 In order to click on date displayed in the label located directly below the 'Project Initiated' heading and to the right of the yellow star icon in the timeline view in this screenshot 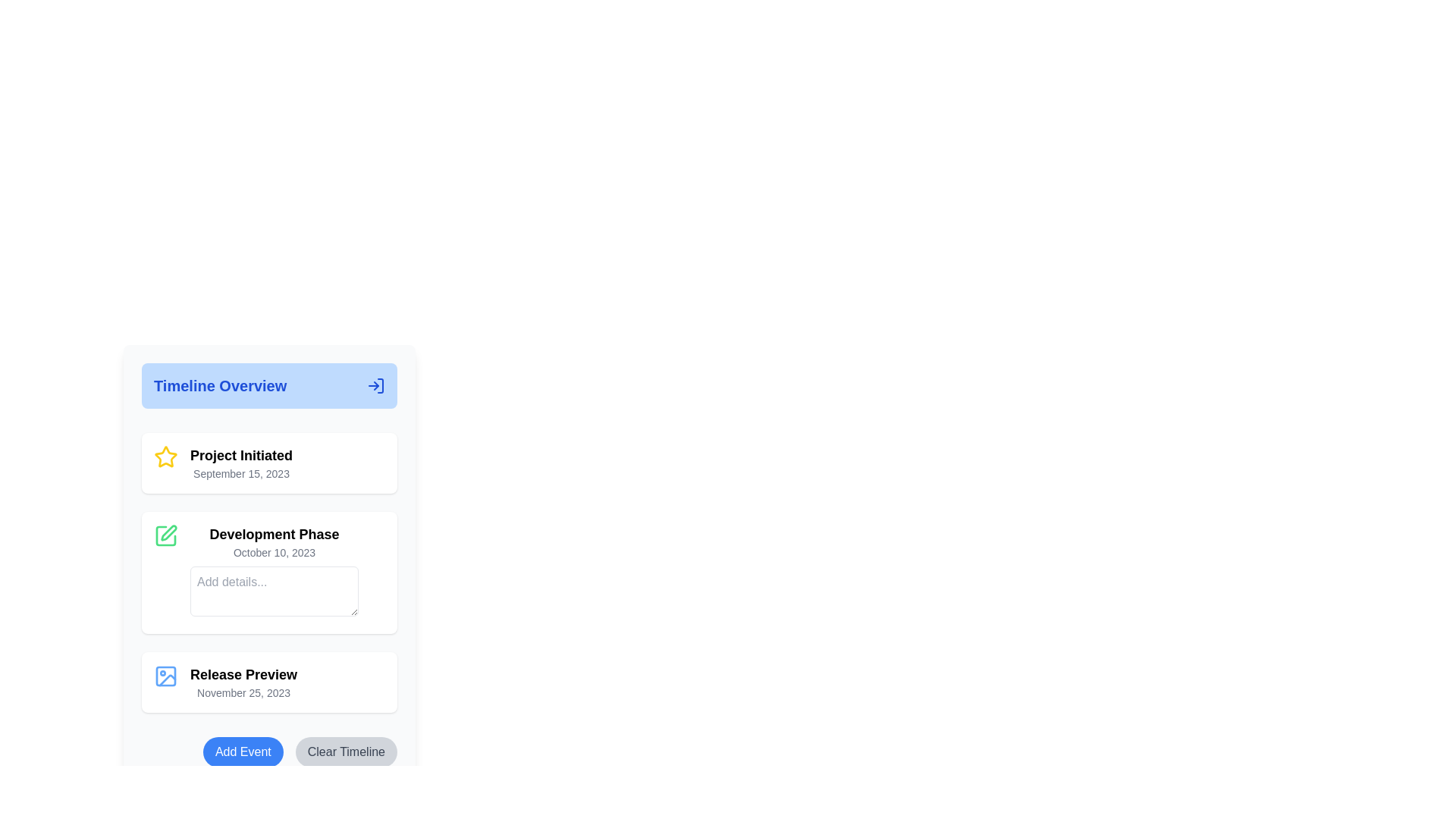, I will do `click(240, 472)`.